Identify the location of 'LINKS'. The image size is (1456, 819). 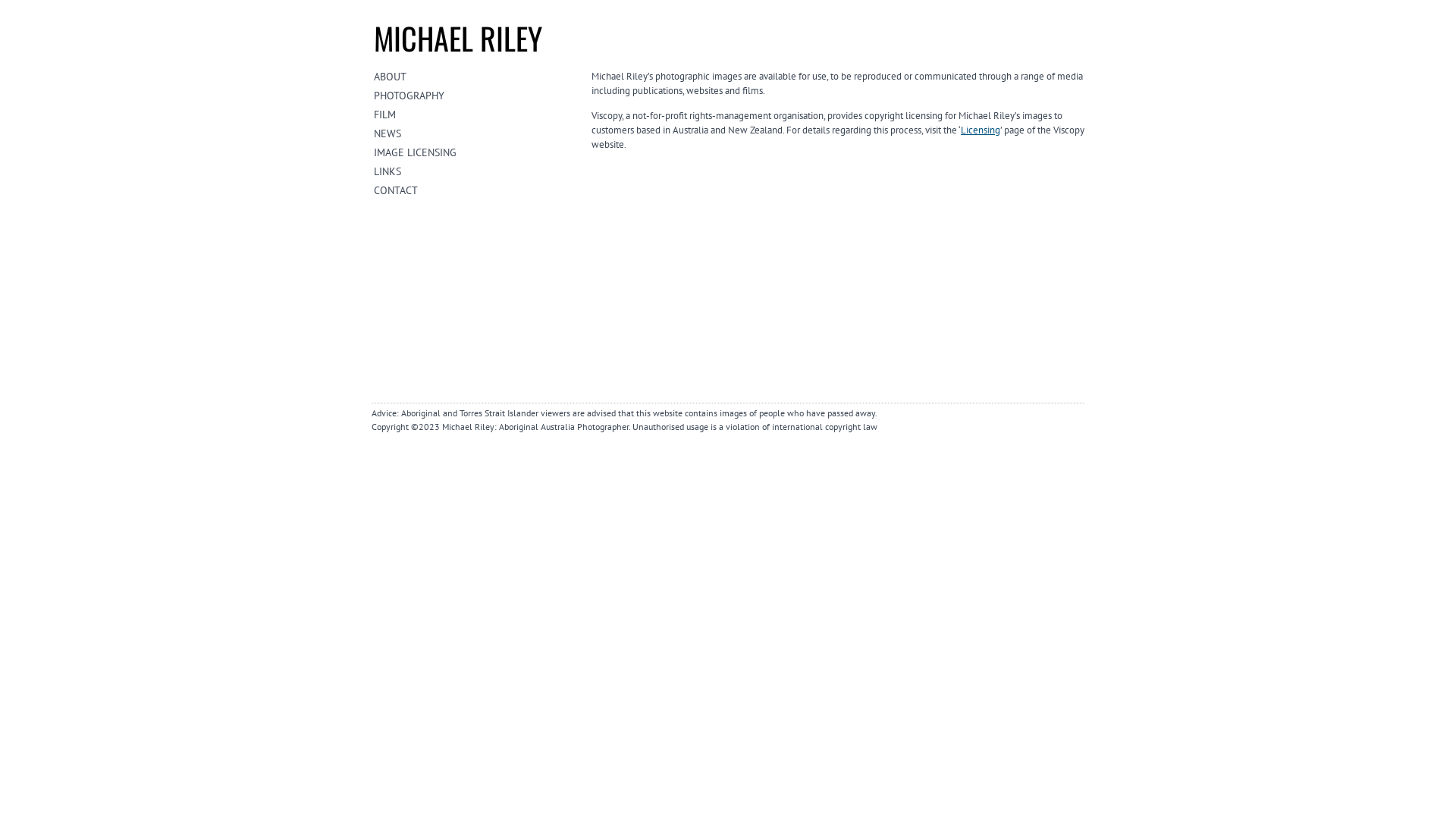
(374, 171).